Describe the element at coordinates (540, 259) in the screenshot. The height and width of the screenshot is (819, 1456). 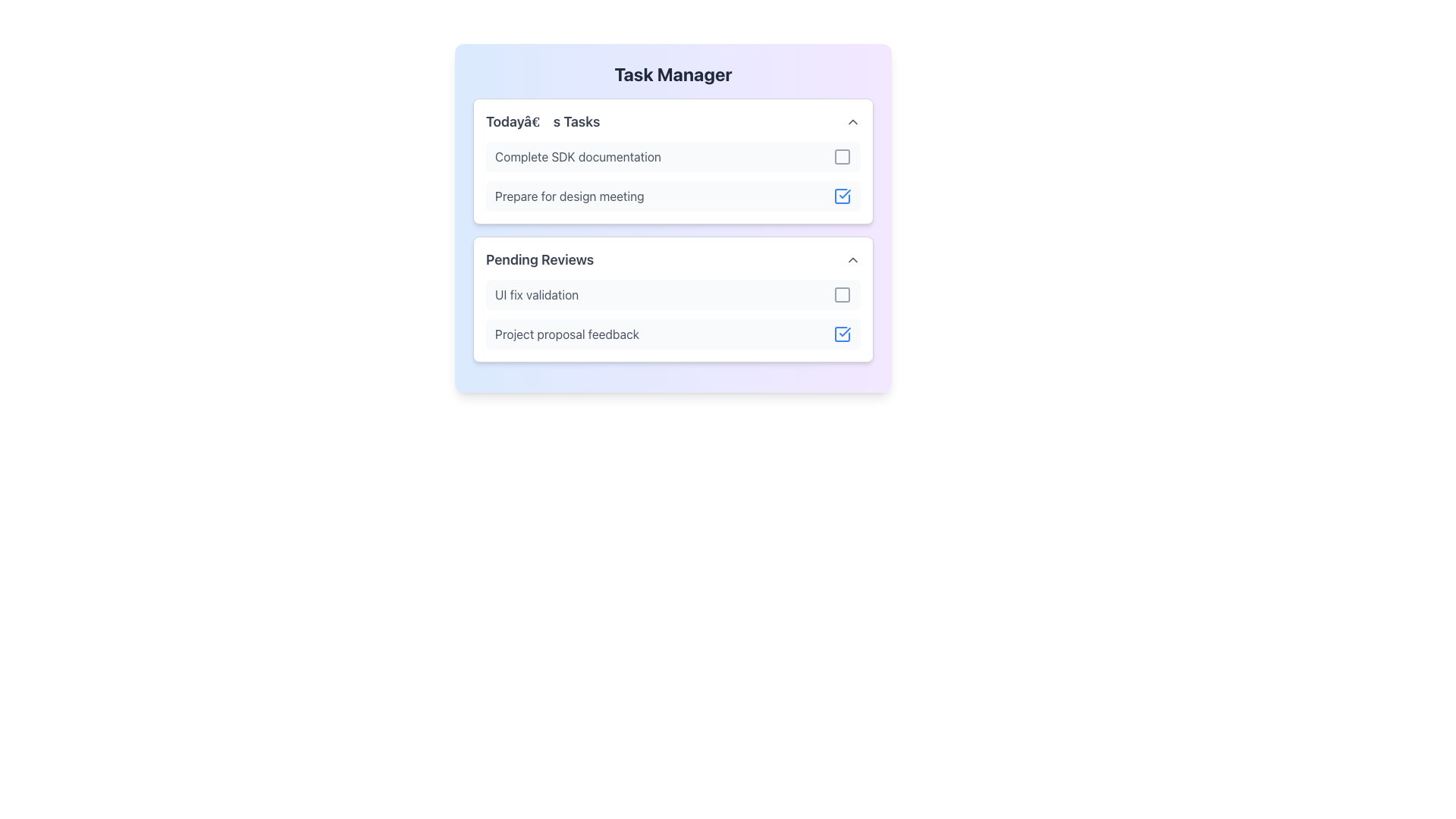
I see `the text label 'Pending Reviews' styled in bold, large dark gray font located at the top-left of the second section in the task manager interface` at that location.